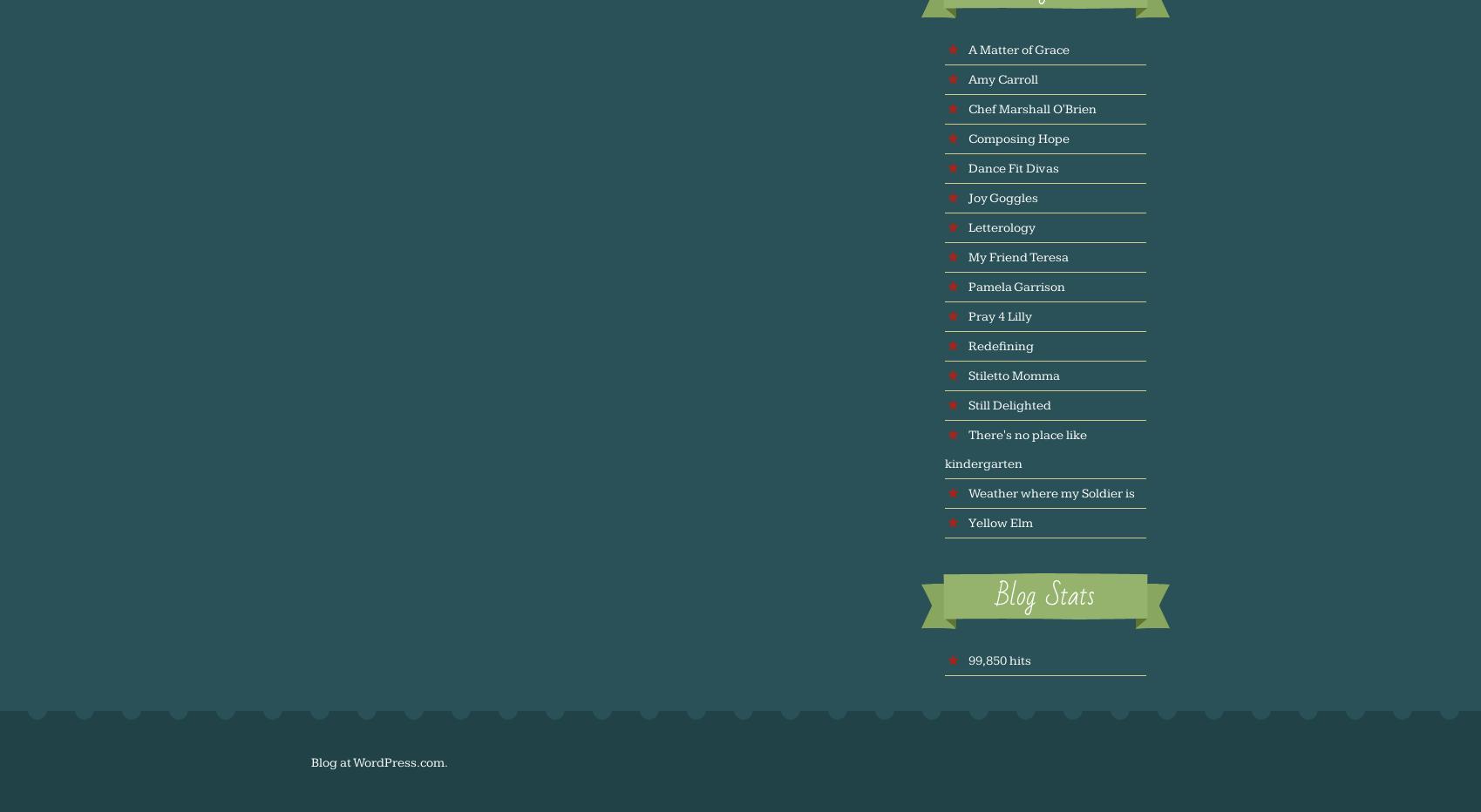  Describe the element at coordinates (1013, 167) in the screenshot. I see `'Dance Fit Divas'` at that location.